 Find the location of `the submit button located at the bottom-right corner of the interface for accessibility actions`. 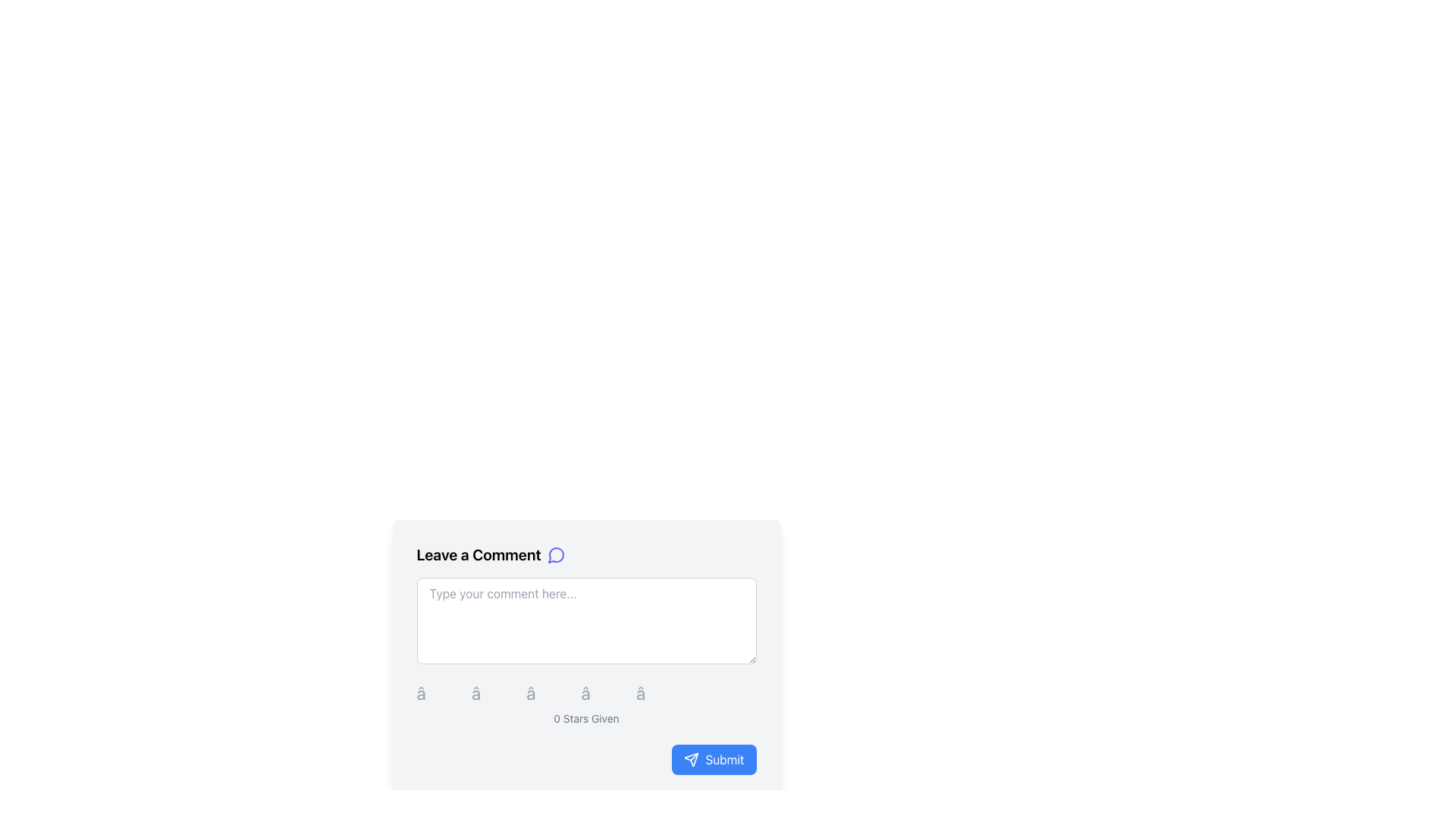

the submit button located at the bottom-right corner of the interface for accessibility actions is located at coordinates (713, 760).